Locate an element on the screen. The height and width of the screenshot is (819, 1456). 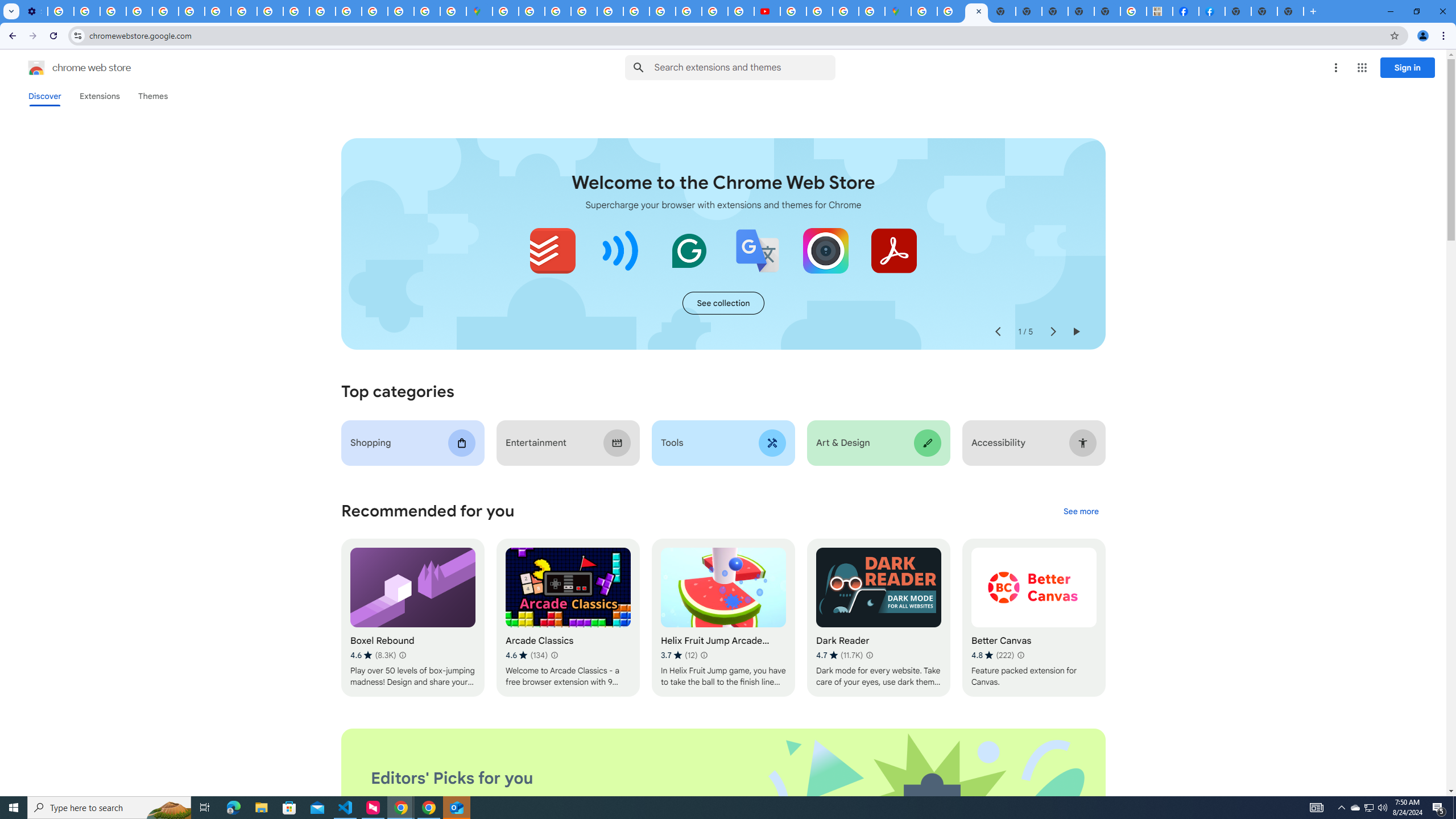
'Average rating 4.6 out of 5 stars. 8.3K ratings.' is located at coordinates (373, 655).